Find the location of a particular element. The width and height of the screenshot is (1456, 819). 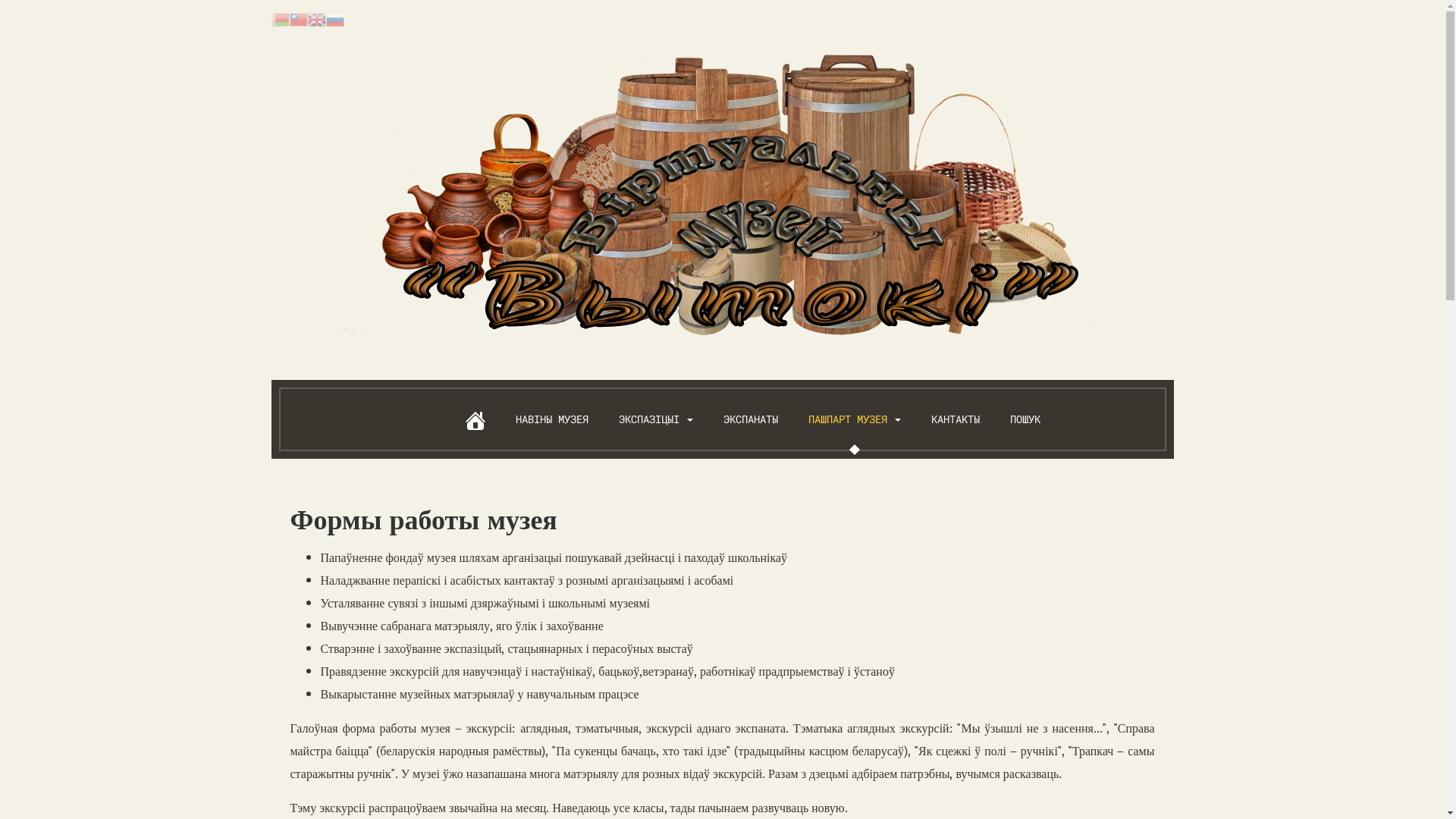

'Chinese (Traditional)' is located at coordinates (290, 18).